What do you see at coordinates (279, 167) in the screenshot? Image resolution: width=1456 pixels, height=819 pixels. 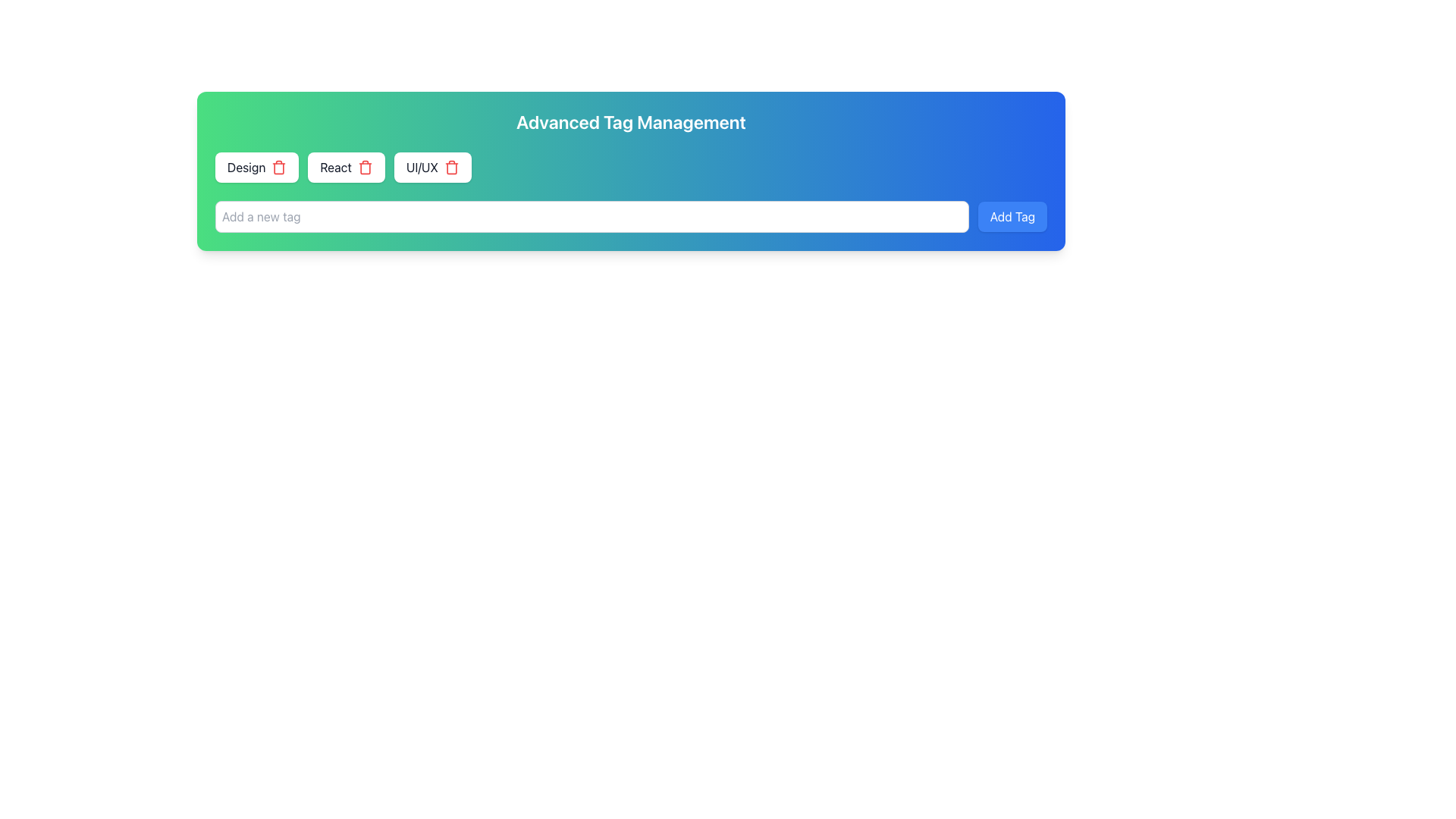 I see `the delete icon button located to the right of the 'Design' label` at bounding box center [279, 167].